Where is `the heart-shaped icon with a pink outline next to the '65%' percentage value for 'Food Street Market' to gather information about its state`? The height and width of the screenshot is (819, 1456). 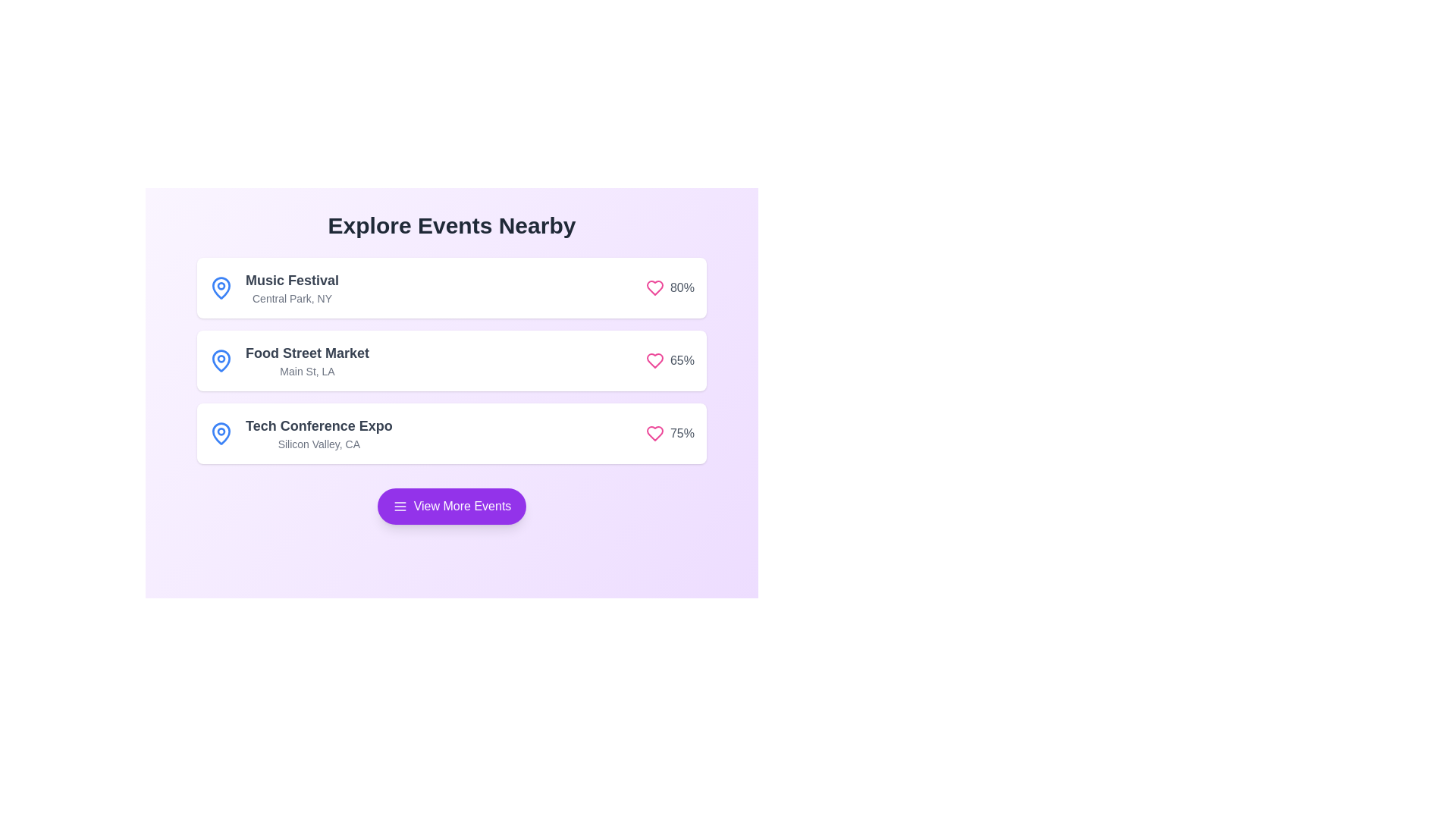 the heart-shaped icon with a pink outline next to the '65%' percentage value for 'Food Street Market' to gather information about its state is located at coordinates (655, 433).